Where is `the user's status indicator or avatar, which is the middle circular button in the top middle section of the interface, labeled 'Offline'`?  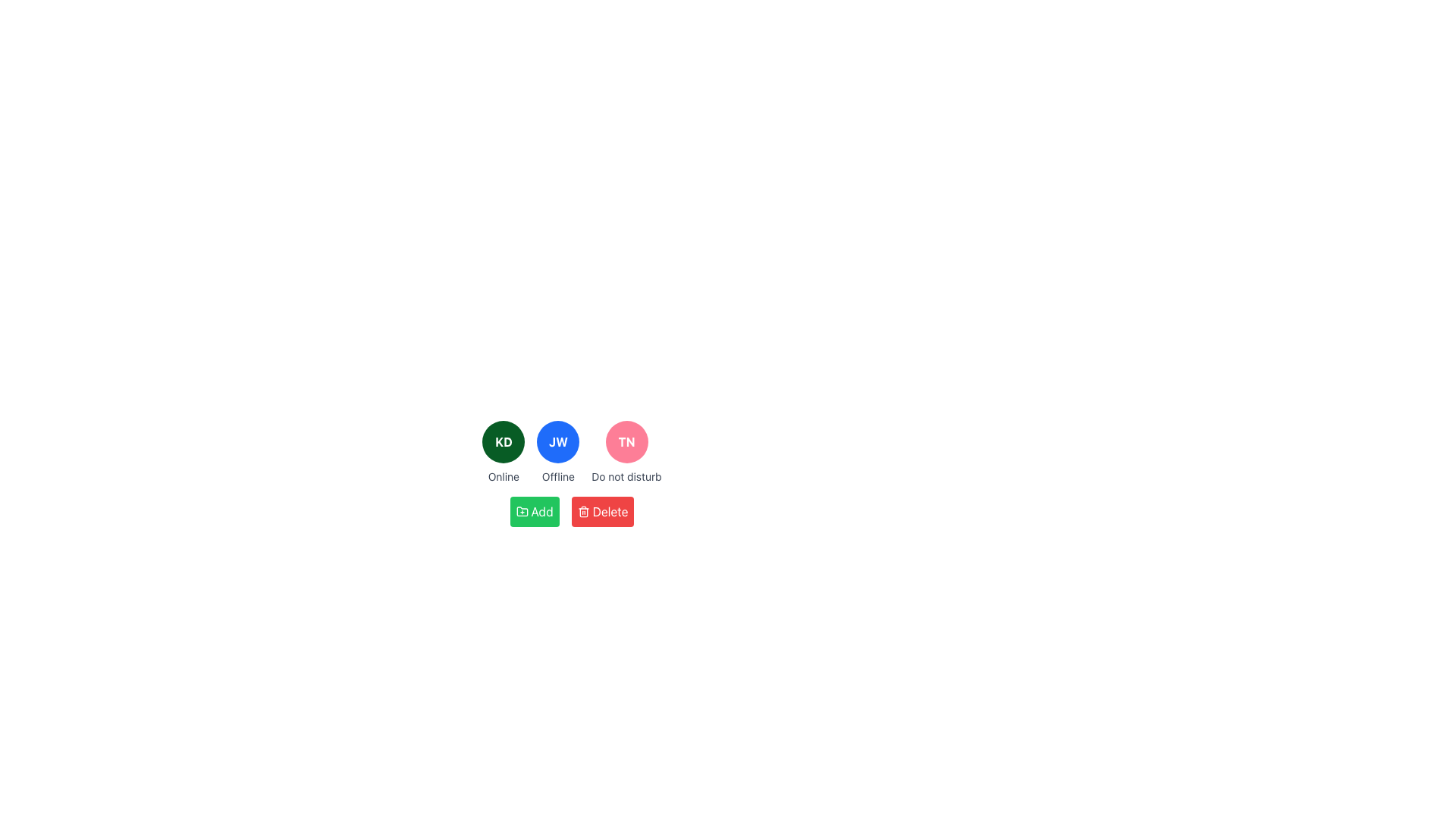
the user's status indicator or avatar, which is the middle circular button in the top middle section of the interface, labeled 'Offline' is located at coordinates (557, 441).